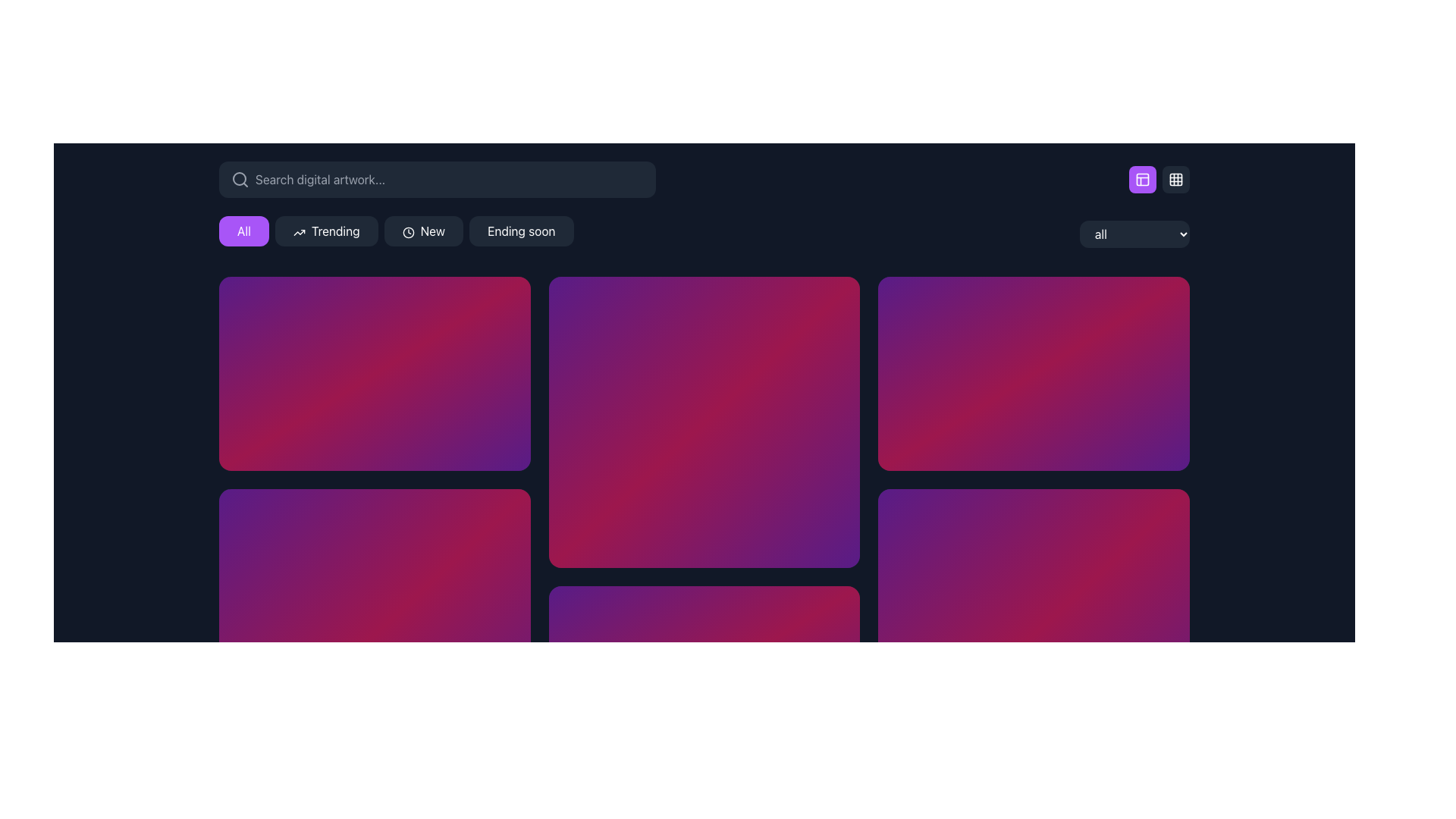 The image size is (1456, 819). Describe the element at coordinates (1175, 178) in the screenshot. I see `the graphical grid layout icon located at the top-right corner of the interface` at that location.